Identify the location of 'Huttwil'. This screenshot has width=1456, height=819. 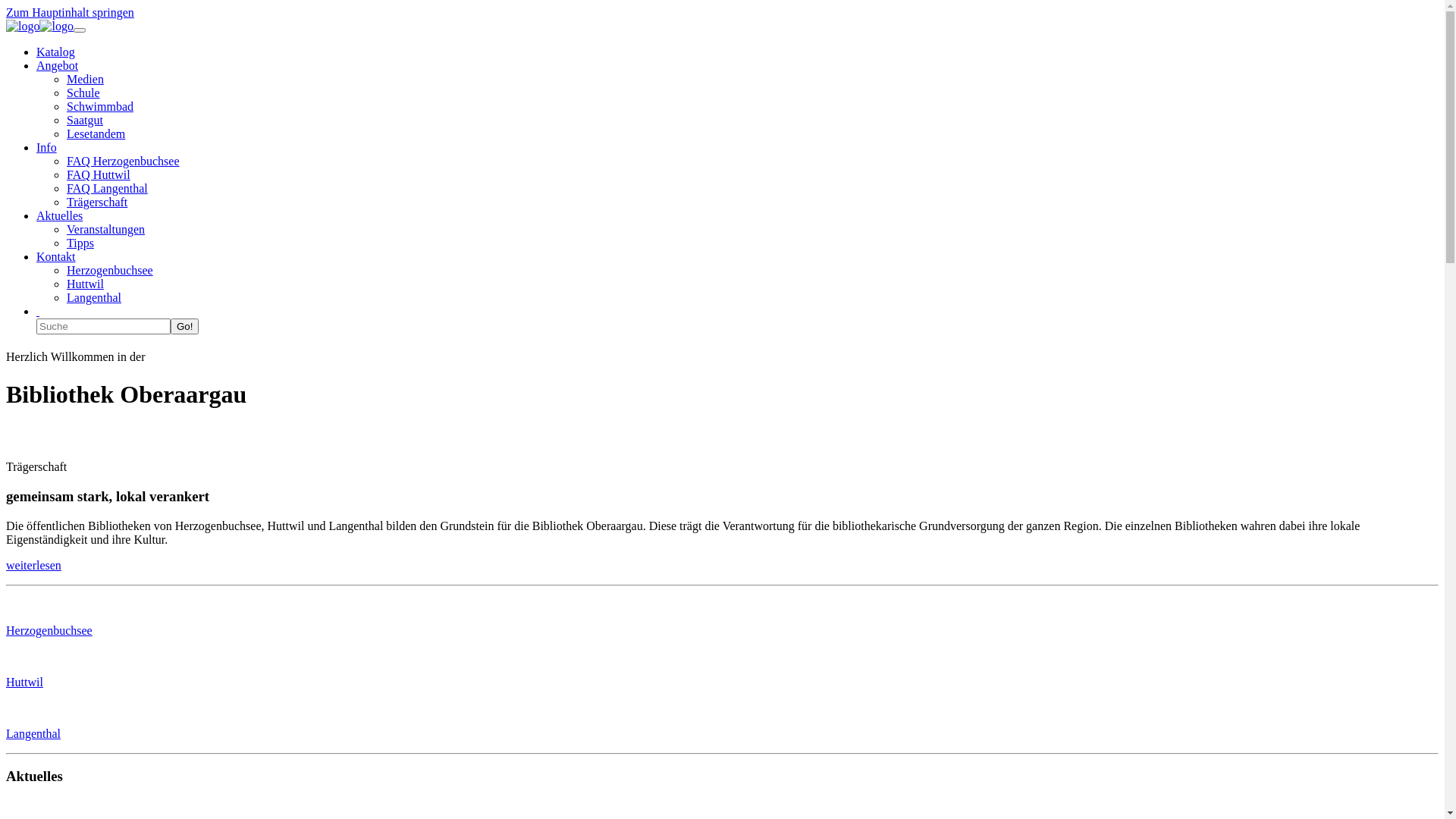
(84, 284).